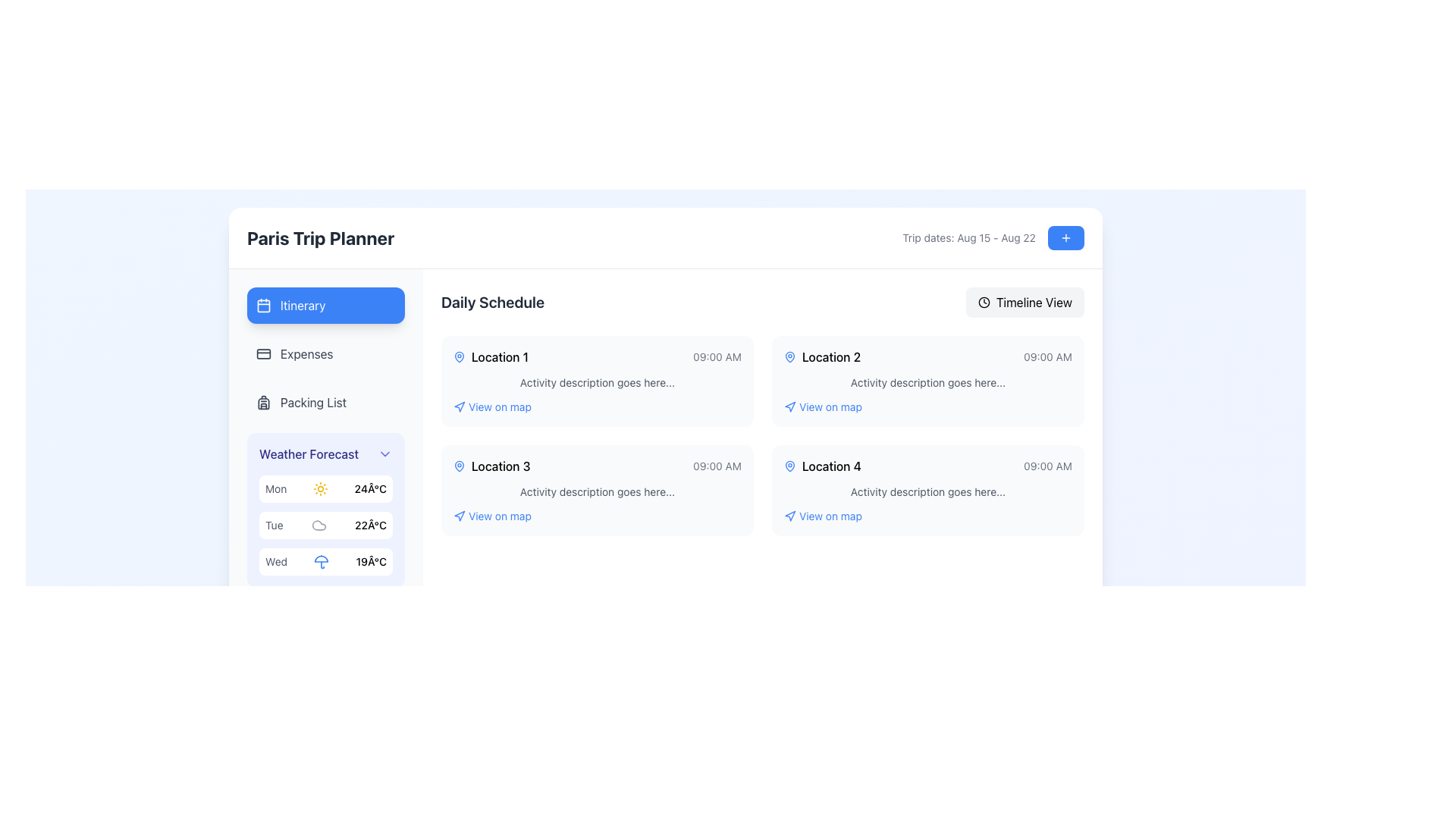 The image size is (1456, 819). I want to click on the 'Packing List' navigation link in the vertical menu, which is the third item below 'Expenses' and above 'Weather Forecast', so click(312, 402).